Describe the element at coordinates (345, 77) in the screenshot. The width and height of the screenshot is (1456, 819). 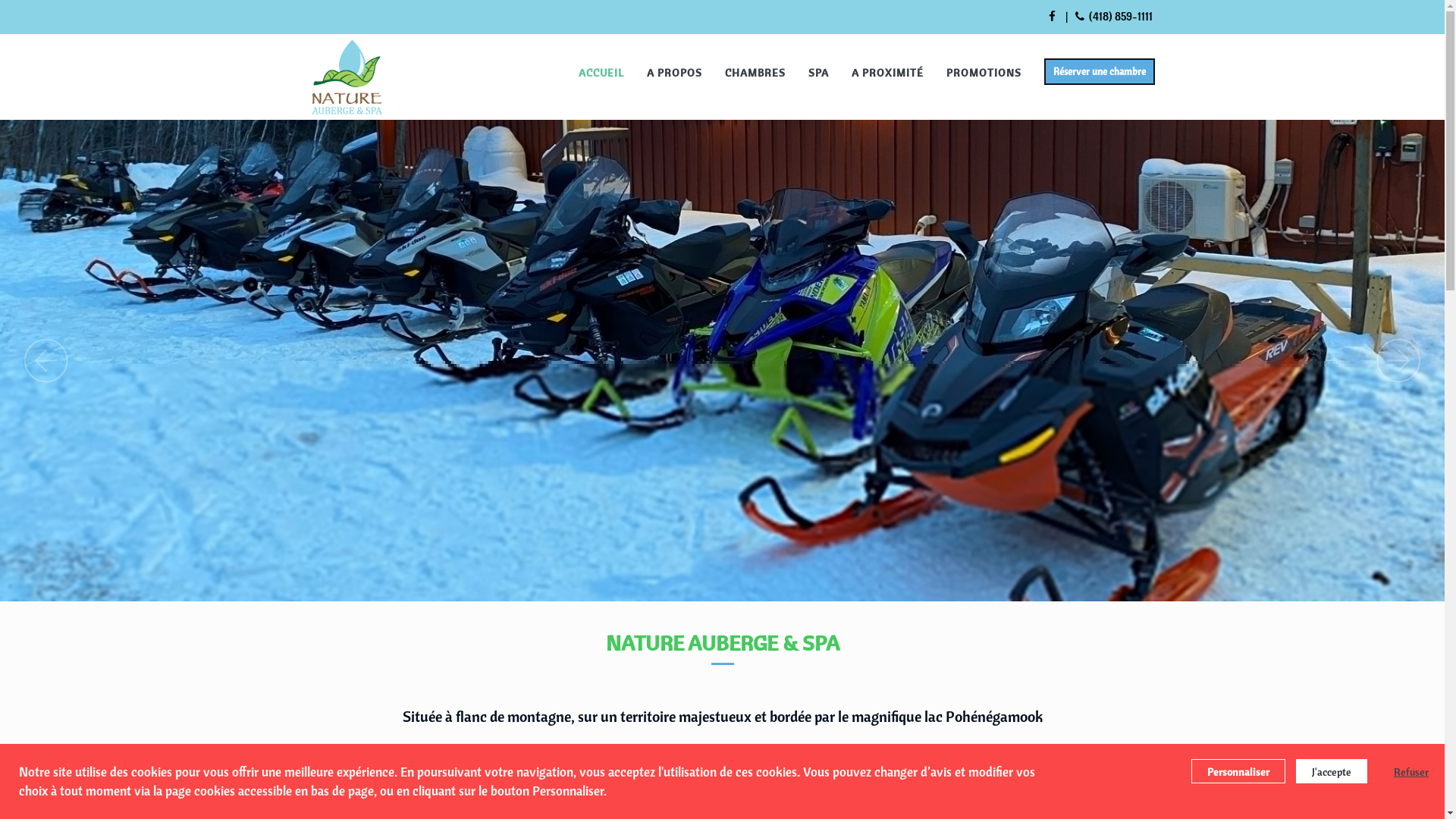
I see `'Nature Auberge et SPA'` at that location.